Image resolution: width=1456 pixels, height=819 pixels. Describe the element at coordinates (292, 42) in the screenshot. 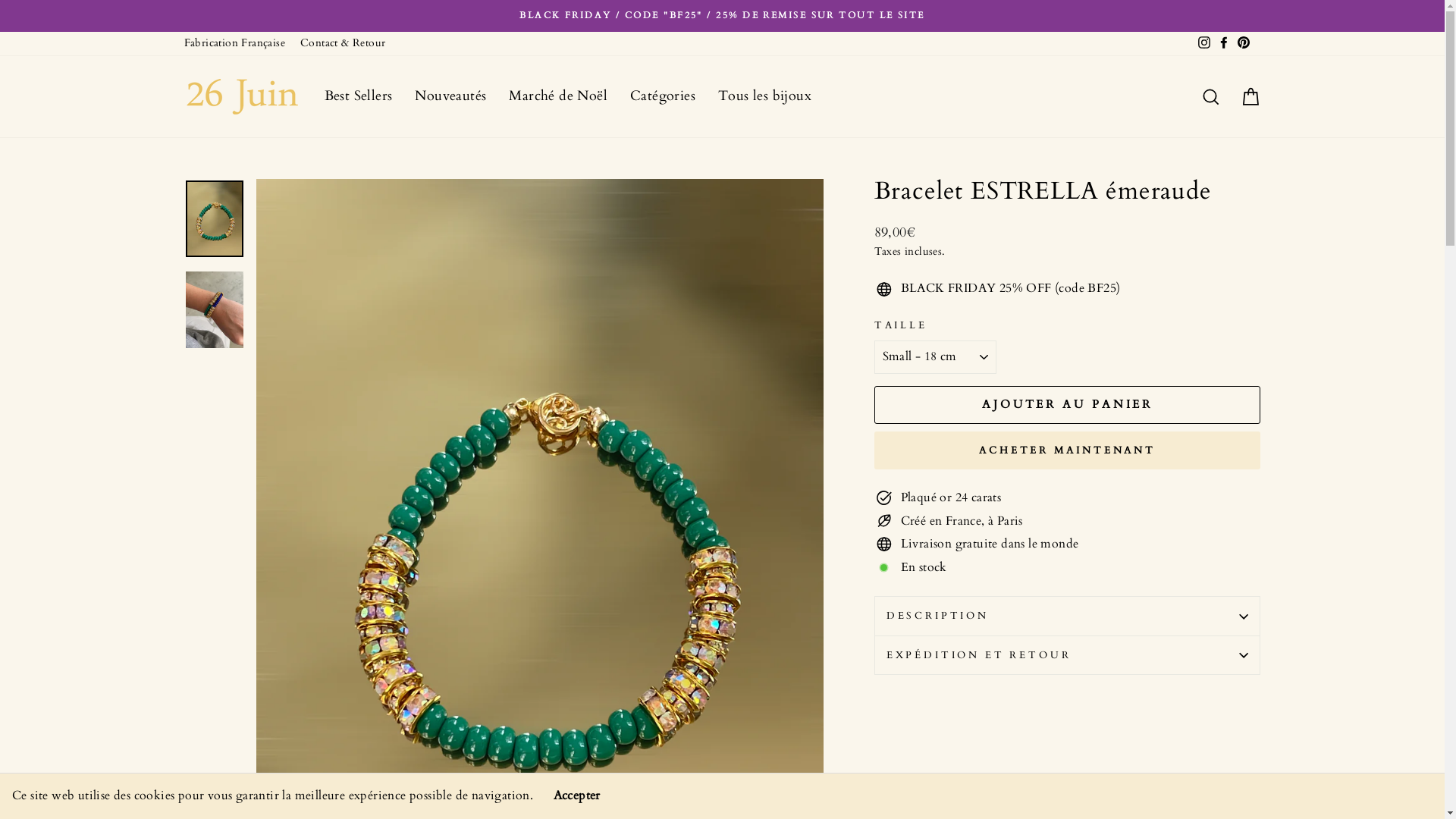

I see `'Contact & Retour'` at that location.